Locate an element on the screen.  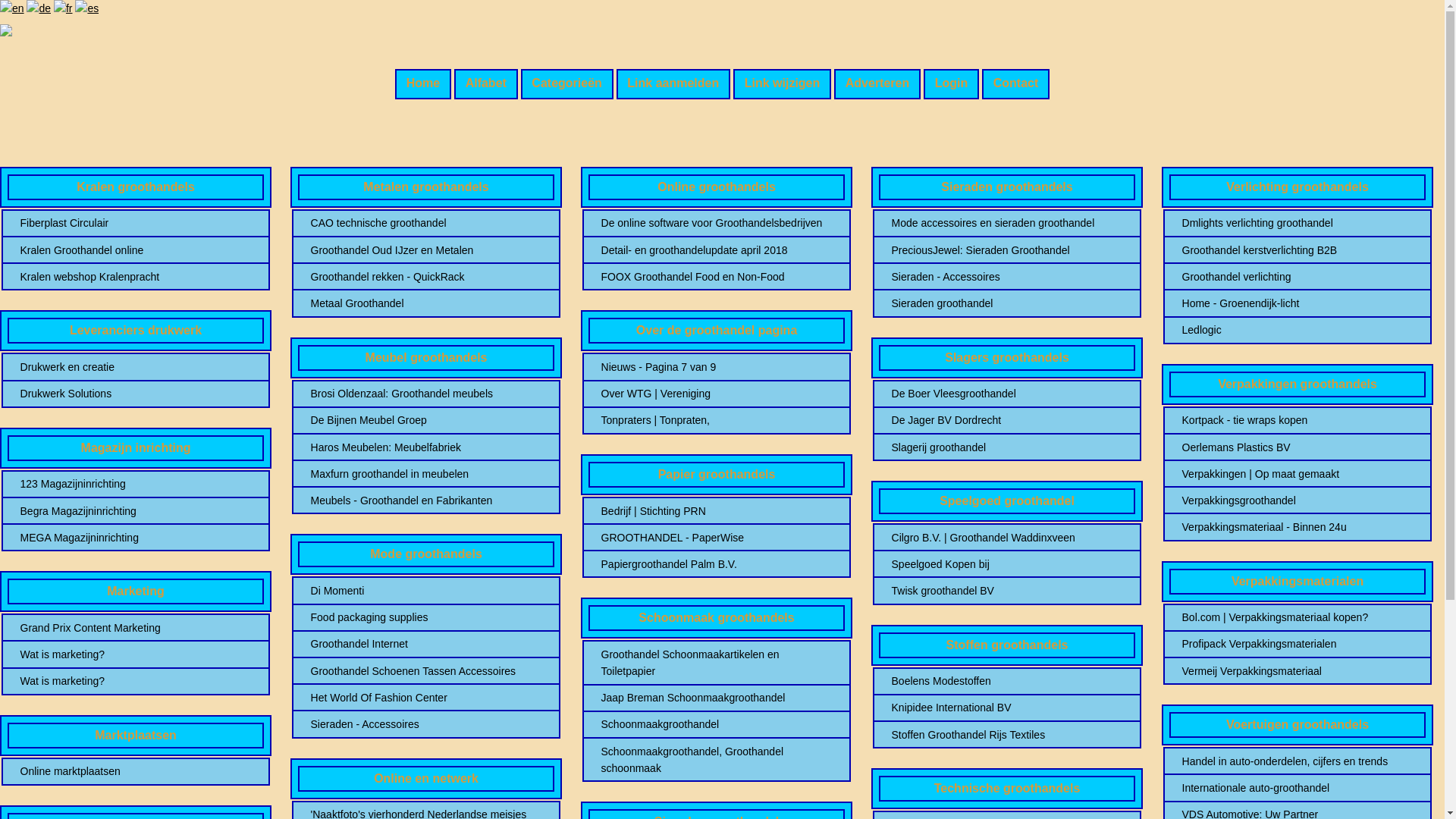
'Slagerij groothandel' is located at coordinates (1007, 447).